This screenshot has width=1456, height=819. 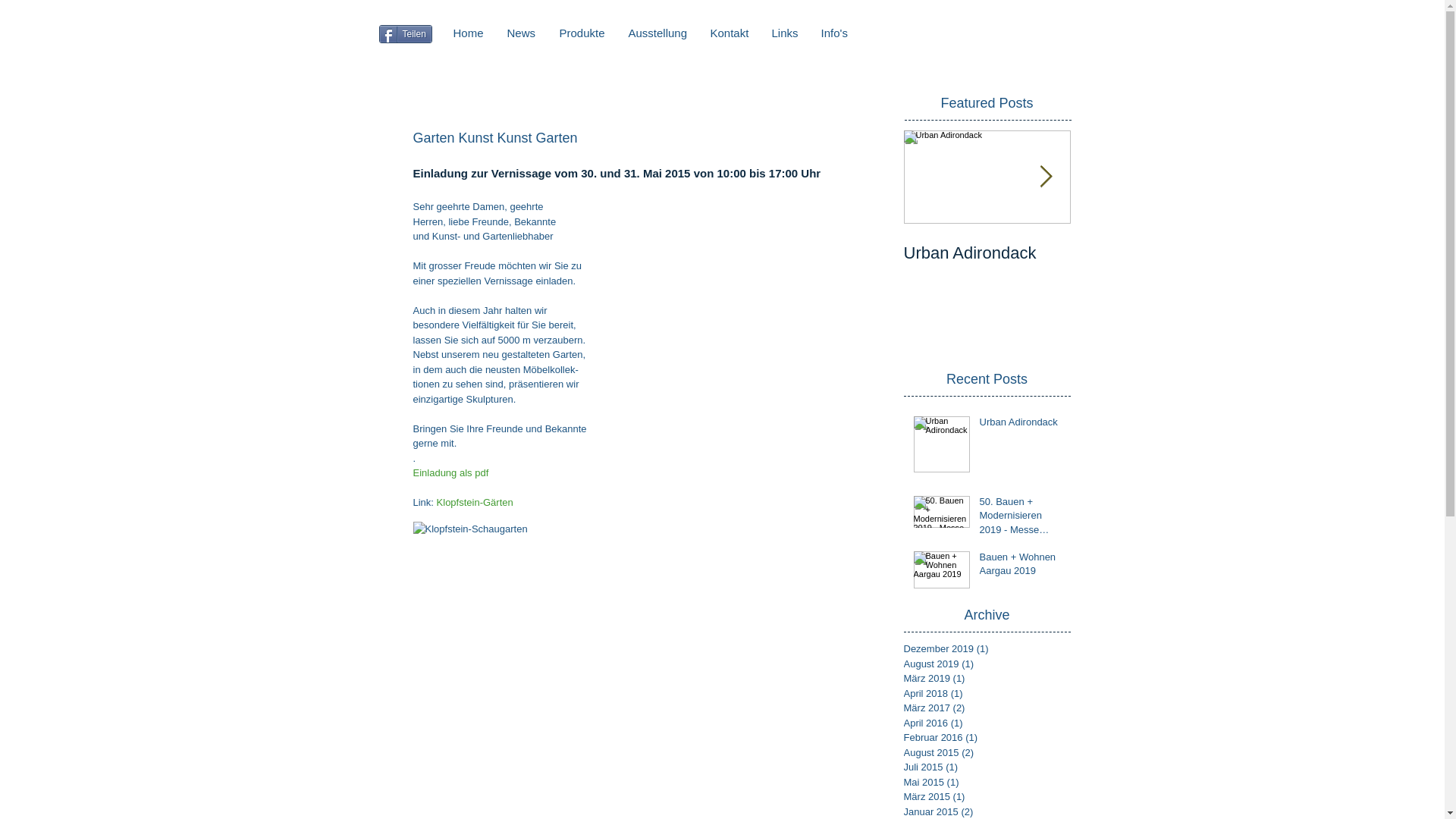 What do you see at coordinates (450, 472) in the screenshot?
I see `'Einladung als pdf'` at bounding box center [450, 472].